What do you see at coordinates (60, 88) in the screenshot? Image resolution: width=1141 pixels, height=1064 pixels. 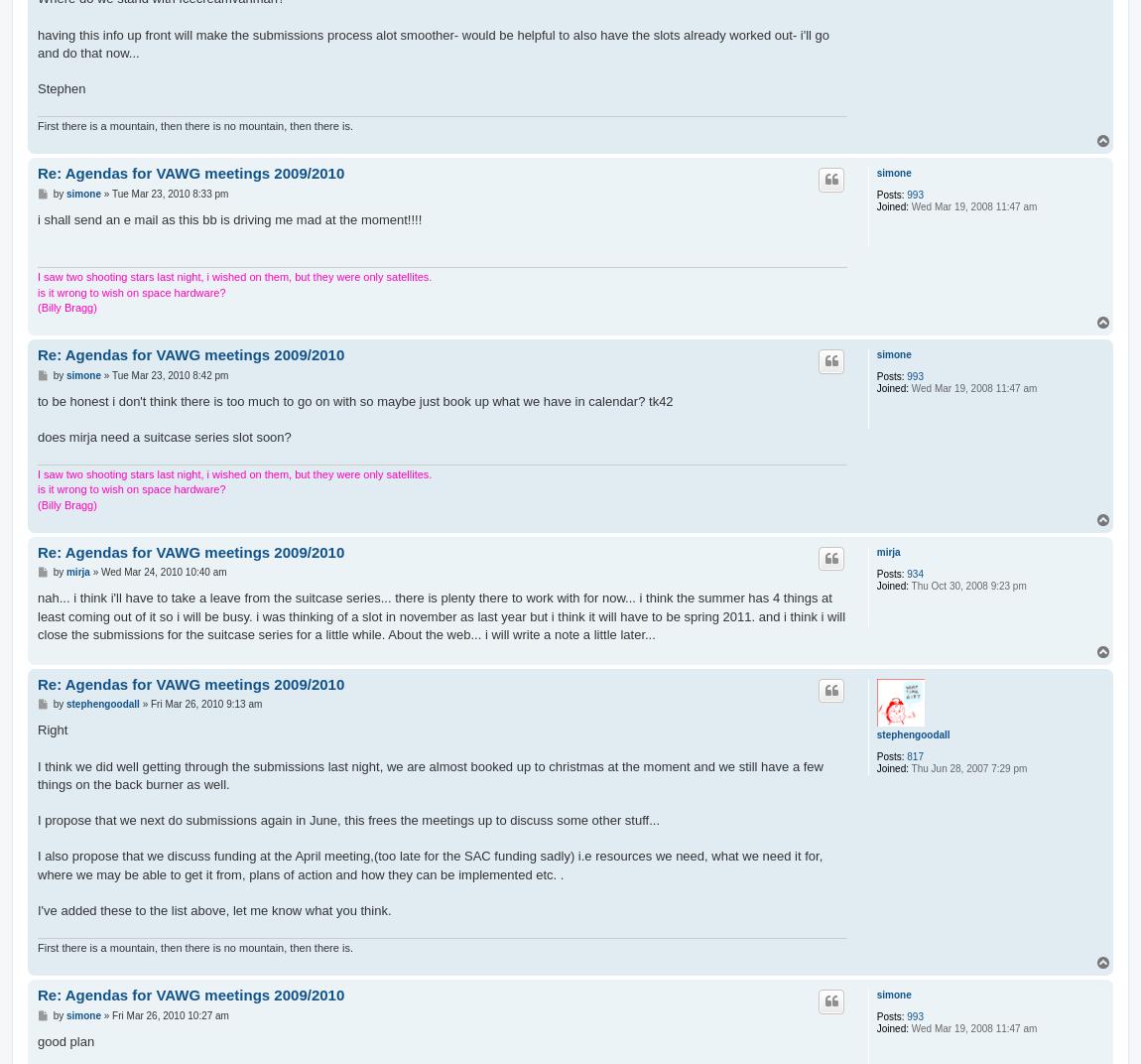 I see `'Stephen'` at bounding box center [60, 88].